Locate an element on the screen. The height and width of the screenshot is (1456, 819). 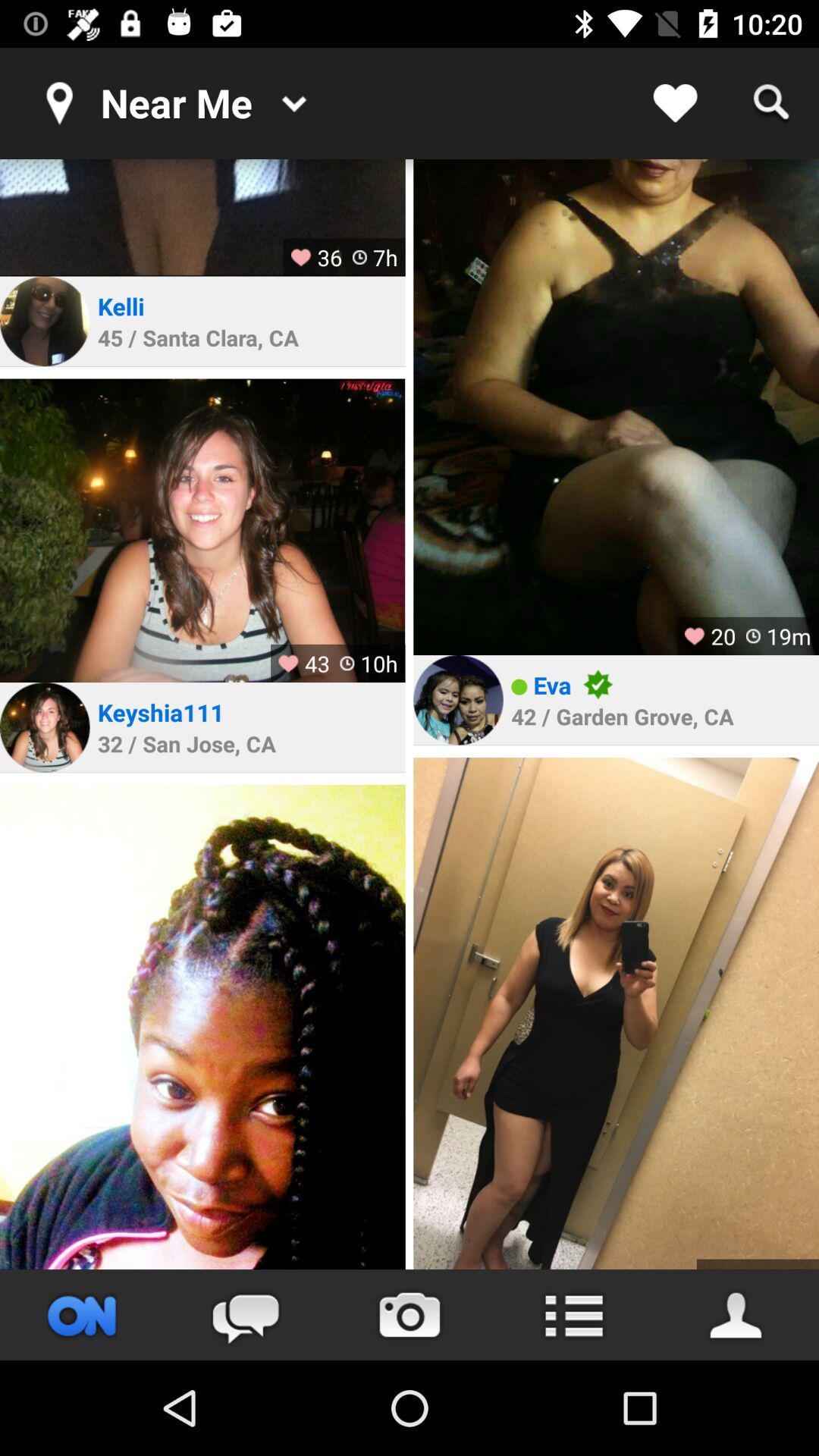
profile picture is located at coordinates (44, 726).